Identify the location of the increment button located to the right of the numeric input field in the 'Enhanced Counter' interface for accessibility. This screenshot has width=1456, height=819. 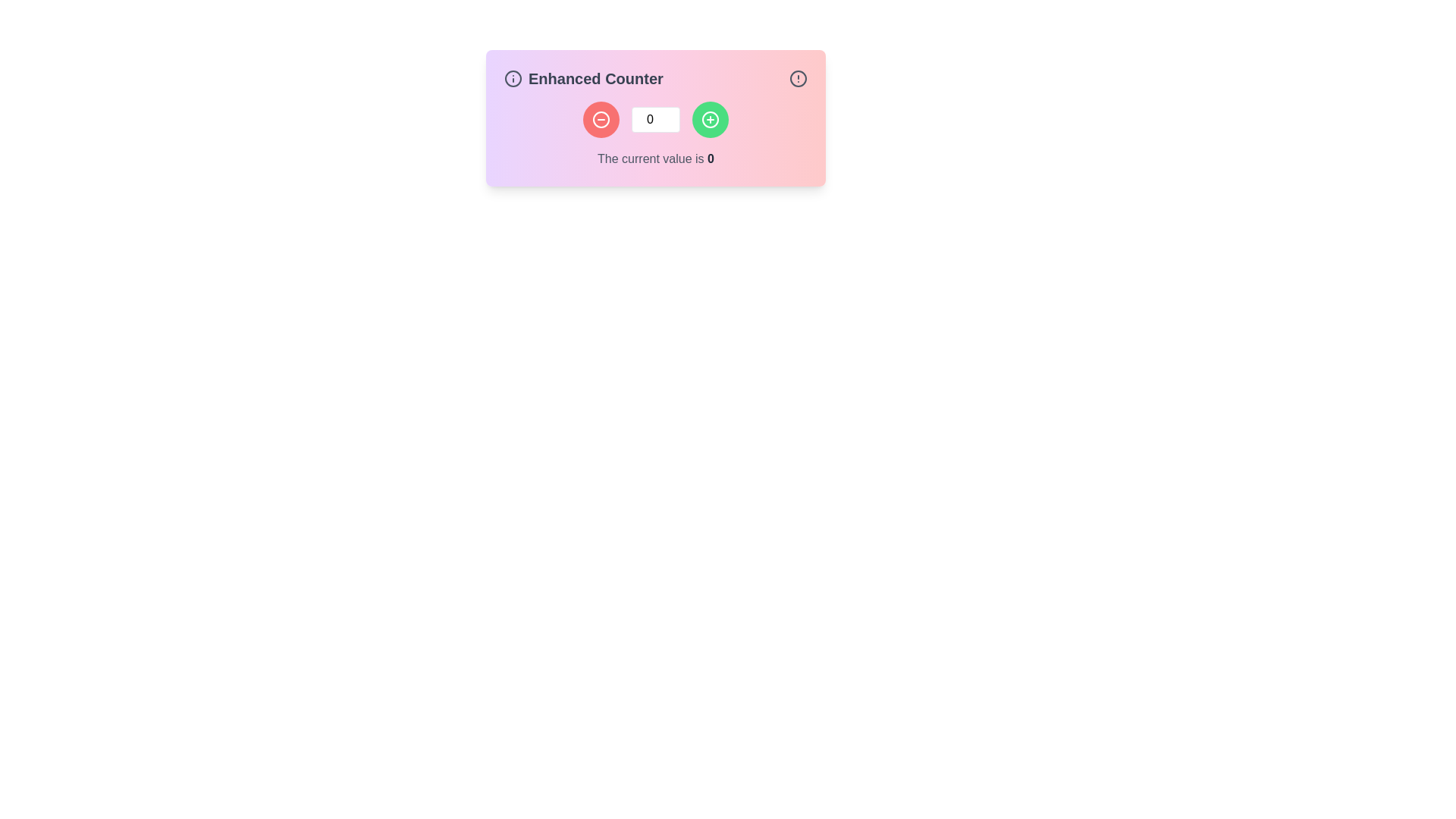
(709, 119).